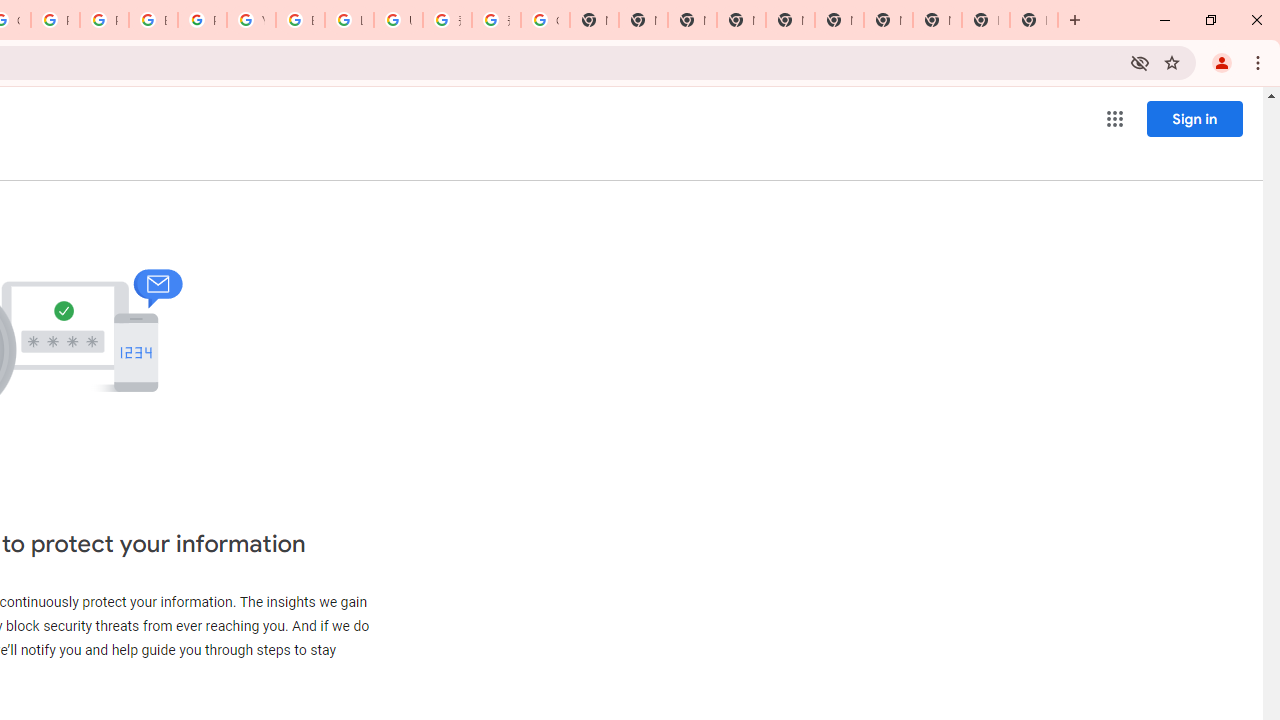 This screenshot has height=720, width=1280. Describe the element at coordinates (1034, 20) in the screenshot. I see `'New Tab'` at that location.